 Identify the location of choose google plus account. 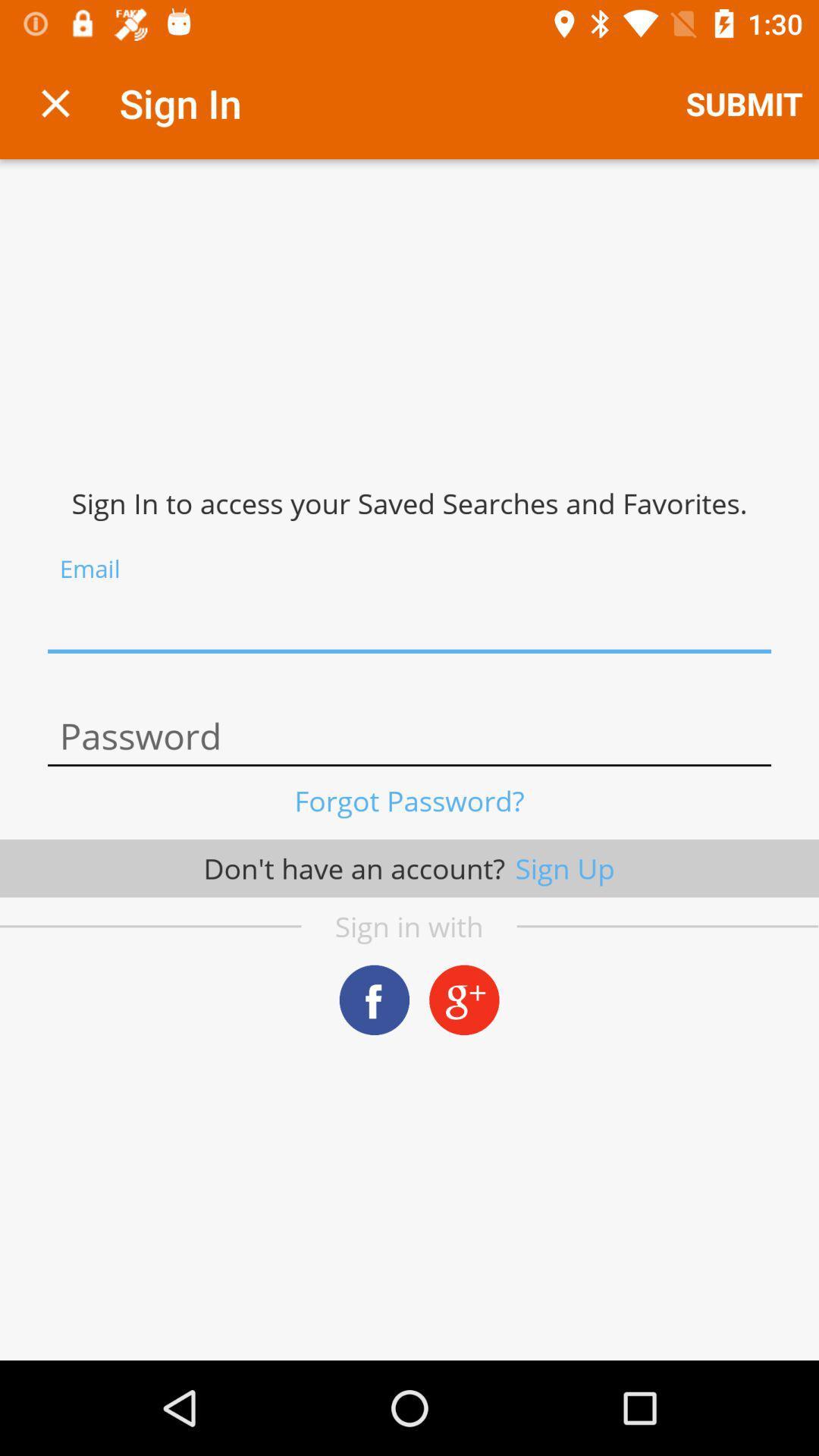
(463, 999).